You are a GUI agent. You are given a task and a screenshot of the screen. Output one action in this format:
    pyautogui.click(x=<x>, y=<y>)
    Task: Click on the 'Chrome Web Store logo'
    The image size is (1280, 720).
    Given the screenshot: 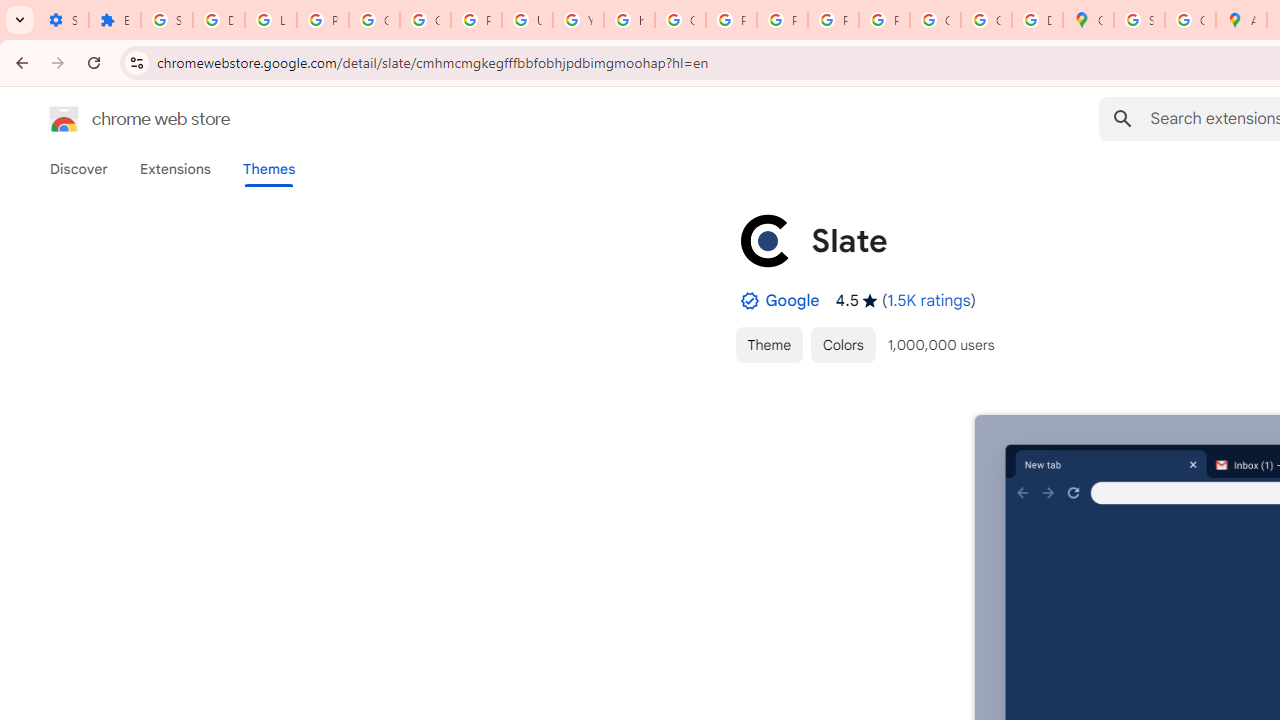 What is the action you would take?
    pyautogui.click(x=64, y=119)
    